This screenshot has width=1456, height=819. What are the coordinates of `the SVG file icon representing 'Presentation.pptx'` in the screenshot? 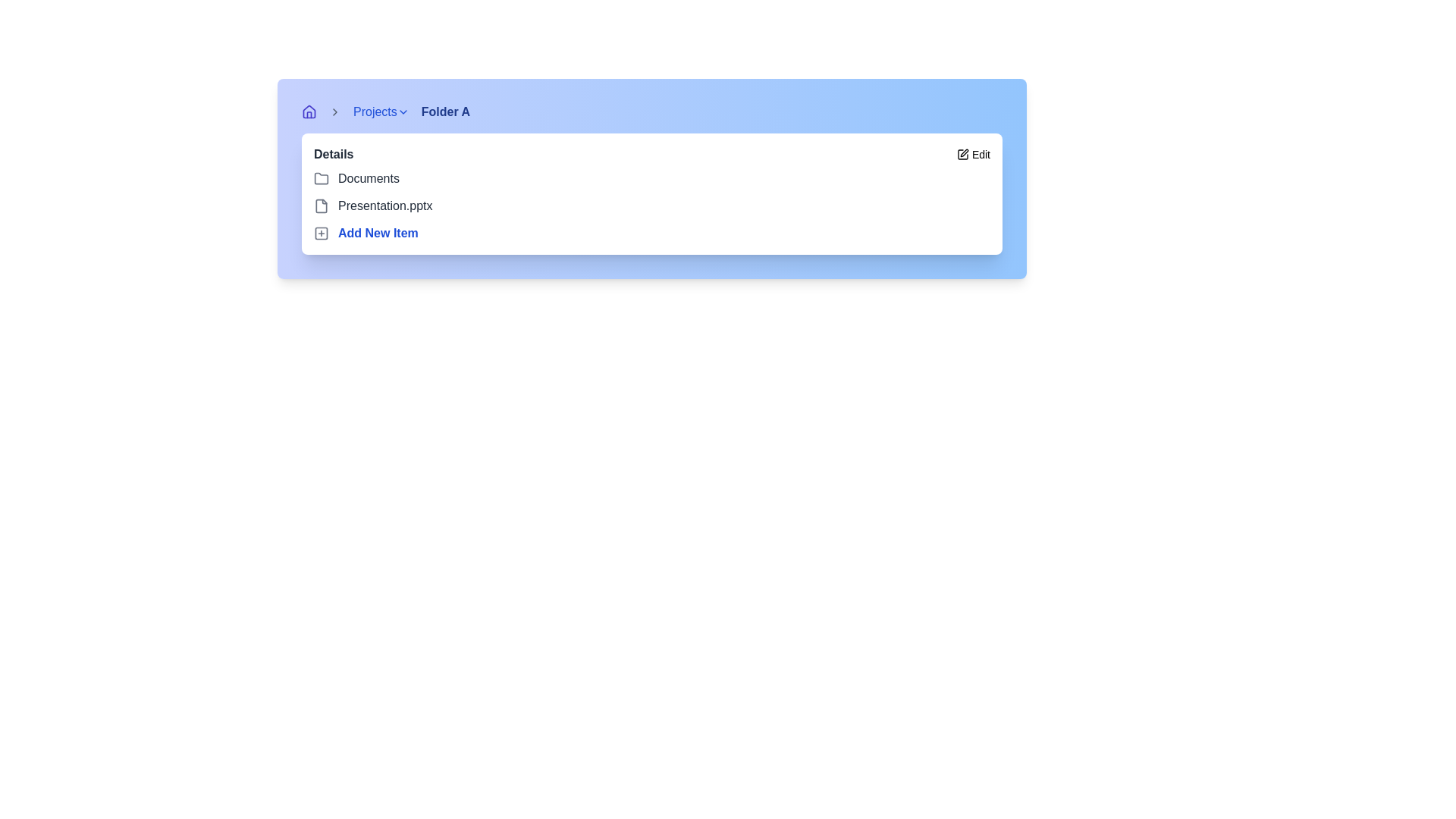 It's located at (320, 206).